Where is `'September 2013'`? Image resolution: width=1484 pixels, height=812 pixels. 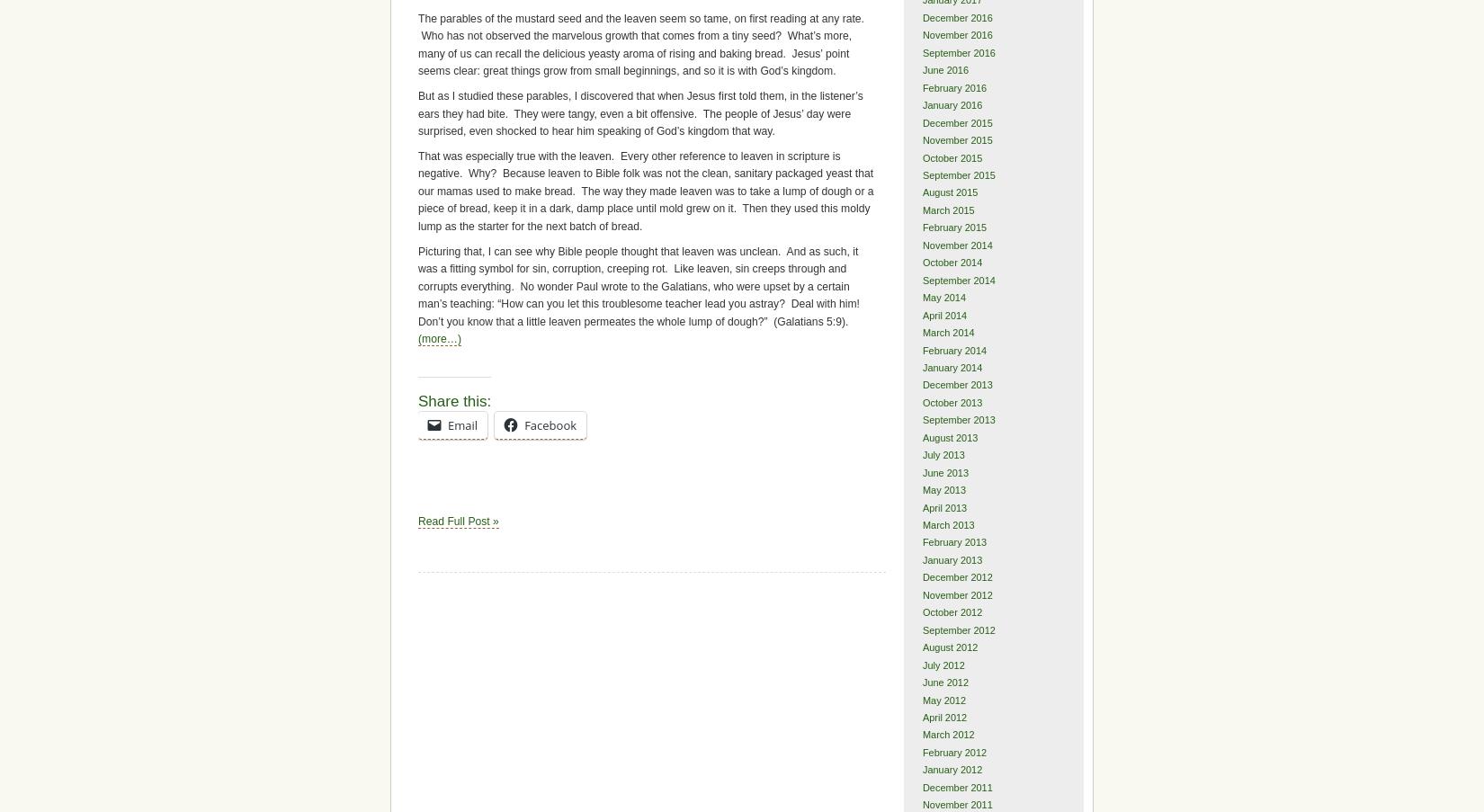 'September 2013' is located at coordinates (921, 420).